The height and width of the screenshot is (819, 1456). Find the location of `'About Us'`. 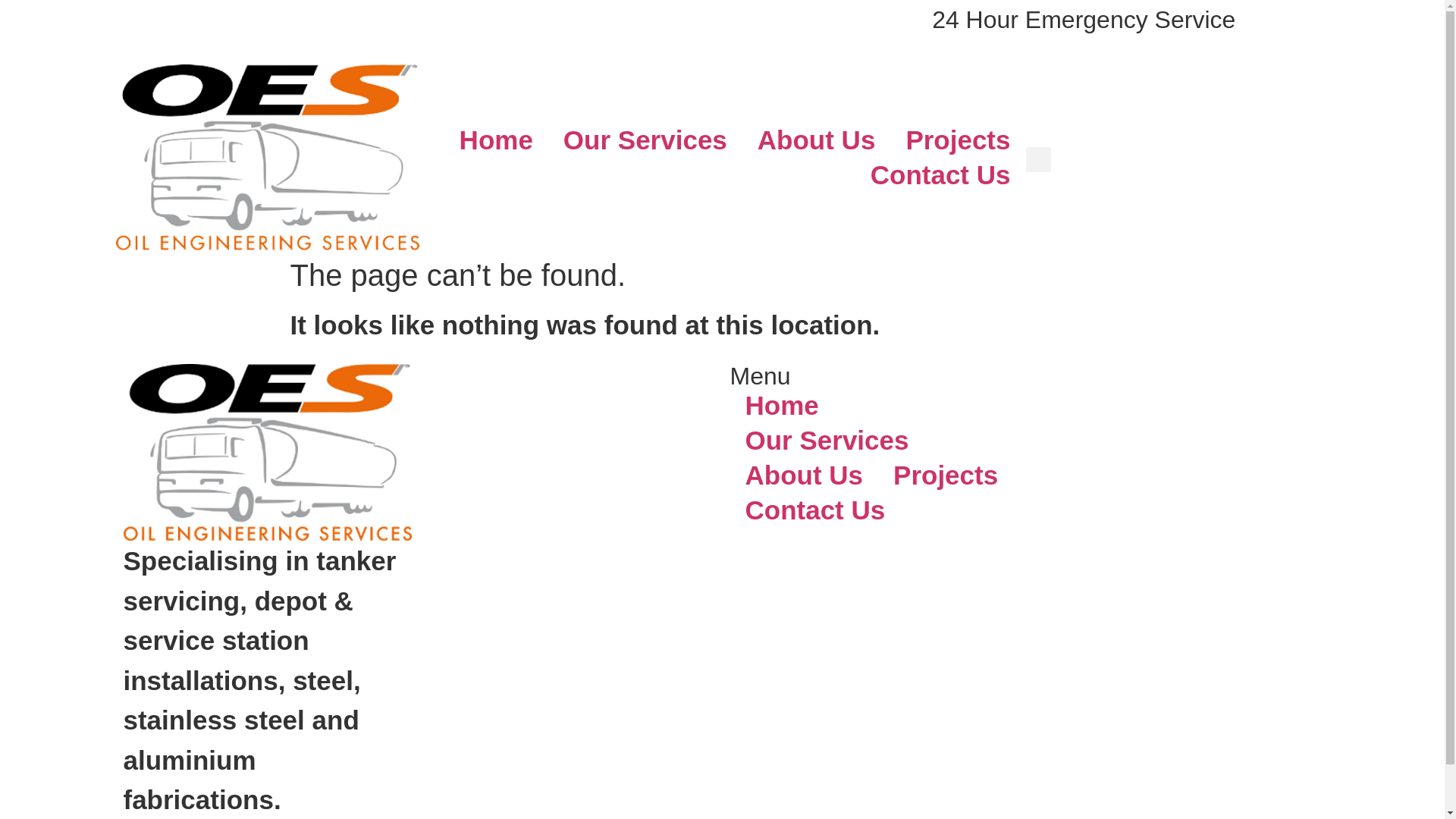

'About Us' is located at coordinates (803, 475).